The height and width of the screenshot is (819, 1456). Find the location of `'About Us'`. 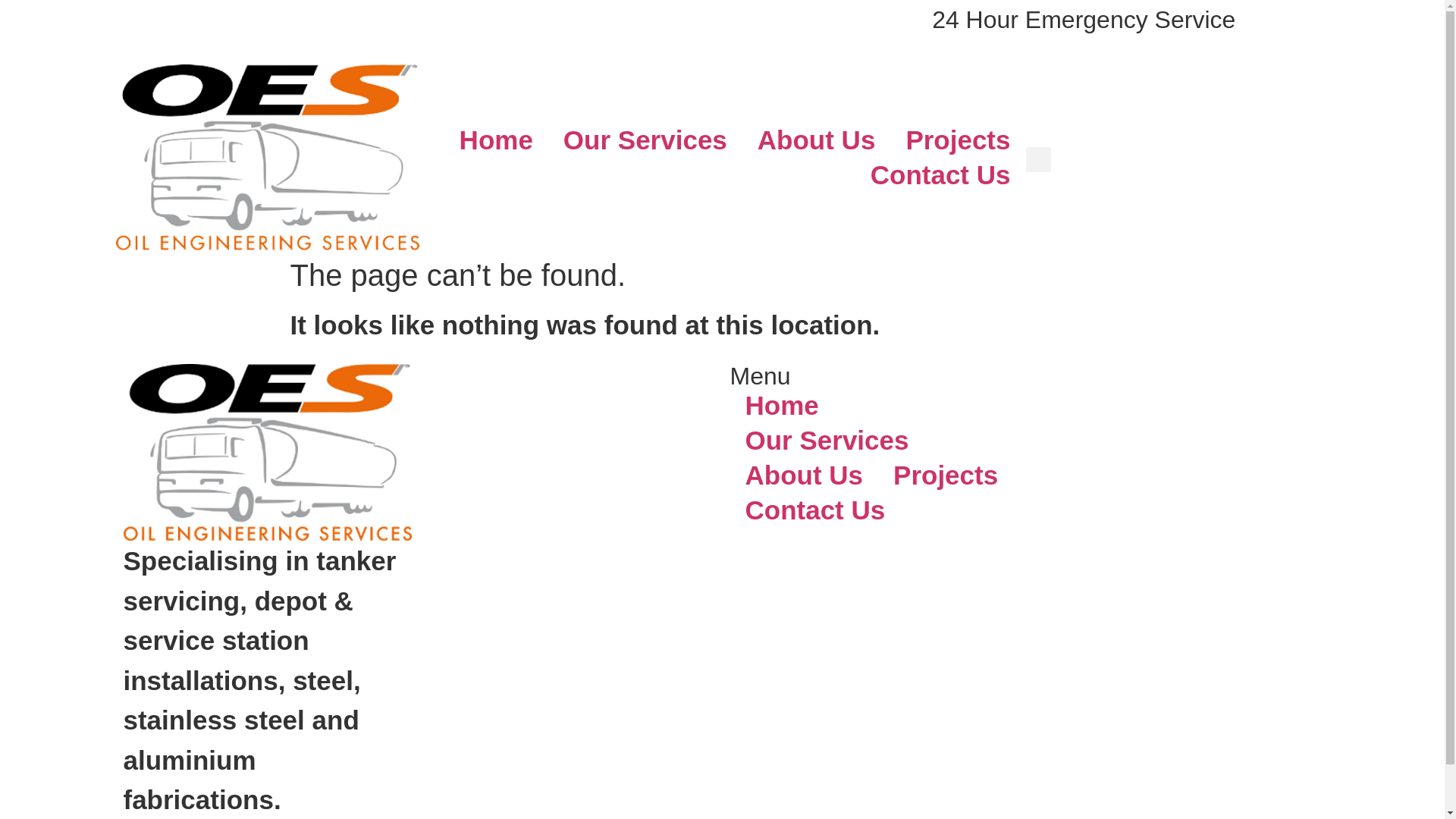

'About Us' is located at coordinates (803, 475).